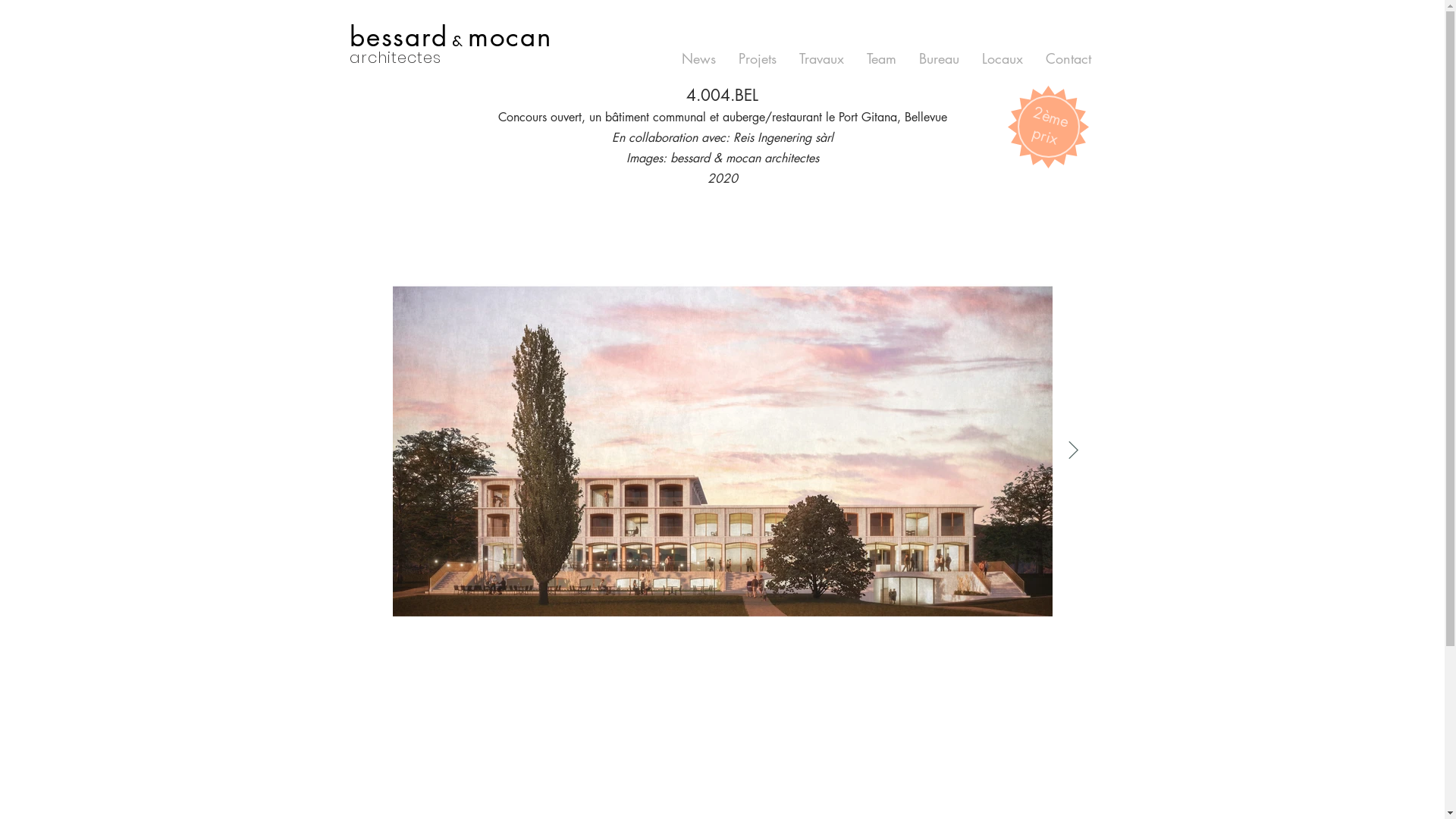 The image size is (1456, 819). Describe the element at coordinates (787, 58) in the screenshot. I see `'Travaux'` at that location.